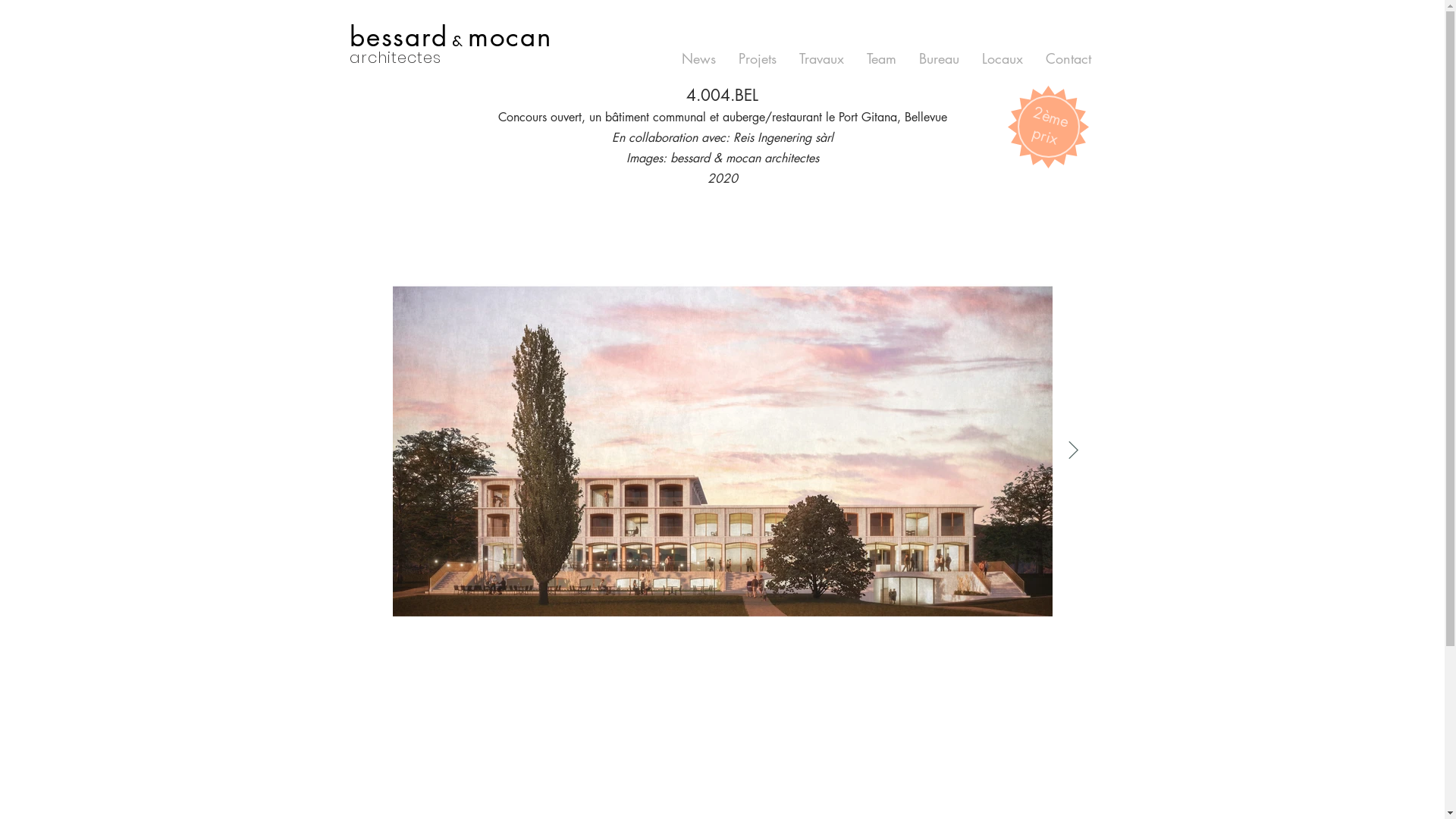 The image size is (1456, 819). Describe the element at coordinates (787, 58) in the screenshot. I see `'Travaux'` at that location.